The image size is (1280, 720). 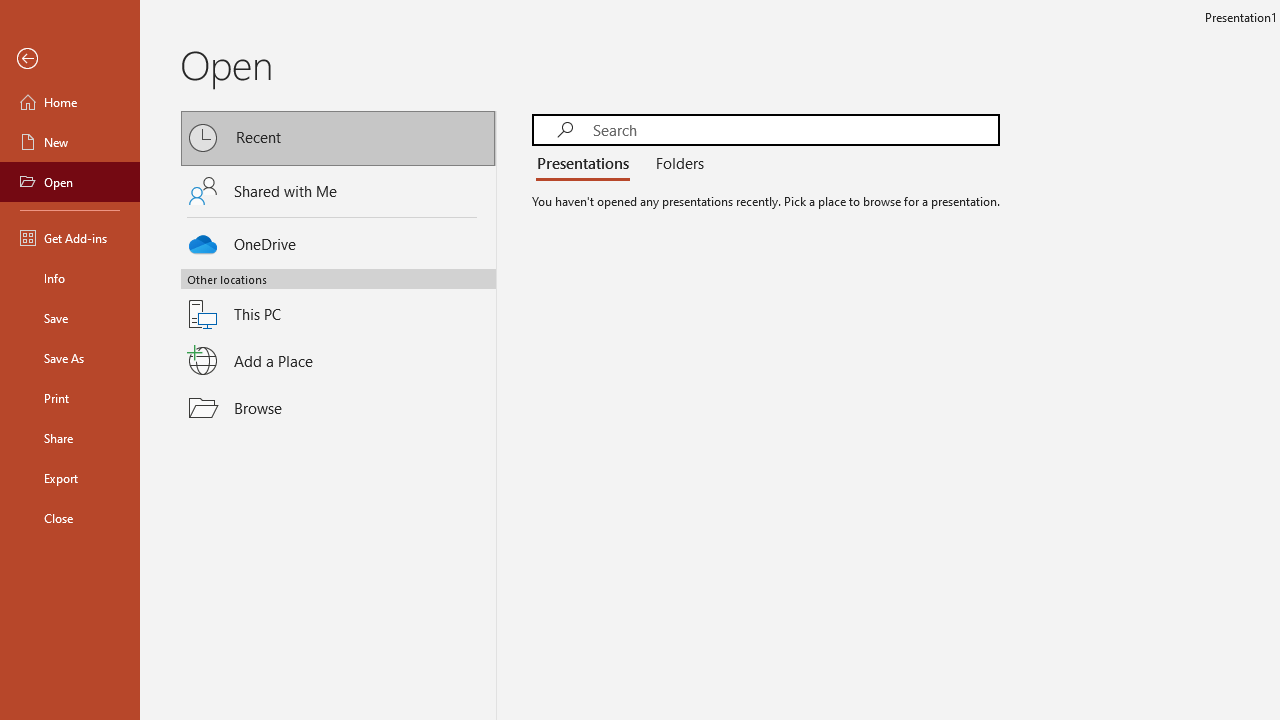 I want to click on 'Save As', so click(x=69, y=356).